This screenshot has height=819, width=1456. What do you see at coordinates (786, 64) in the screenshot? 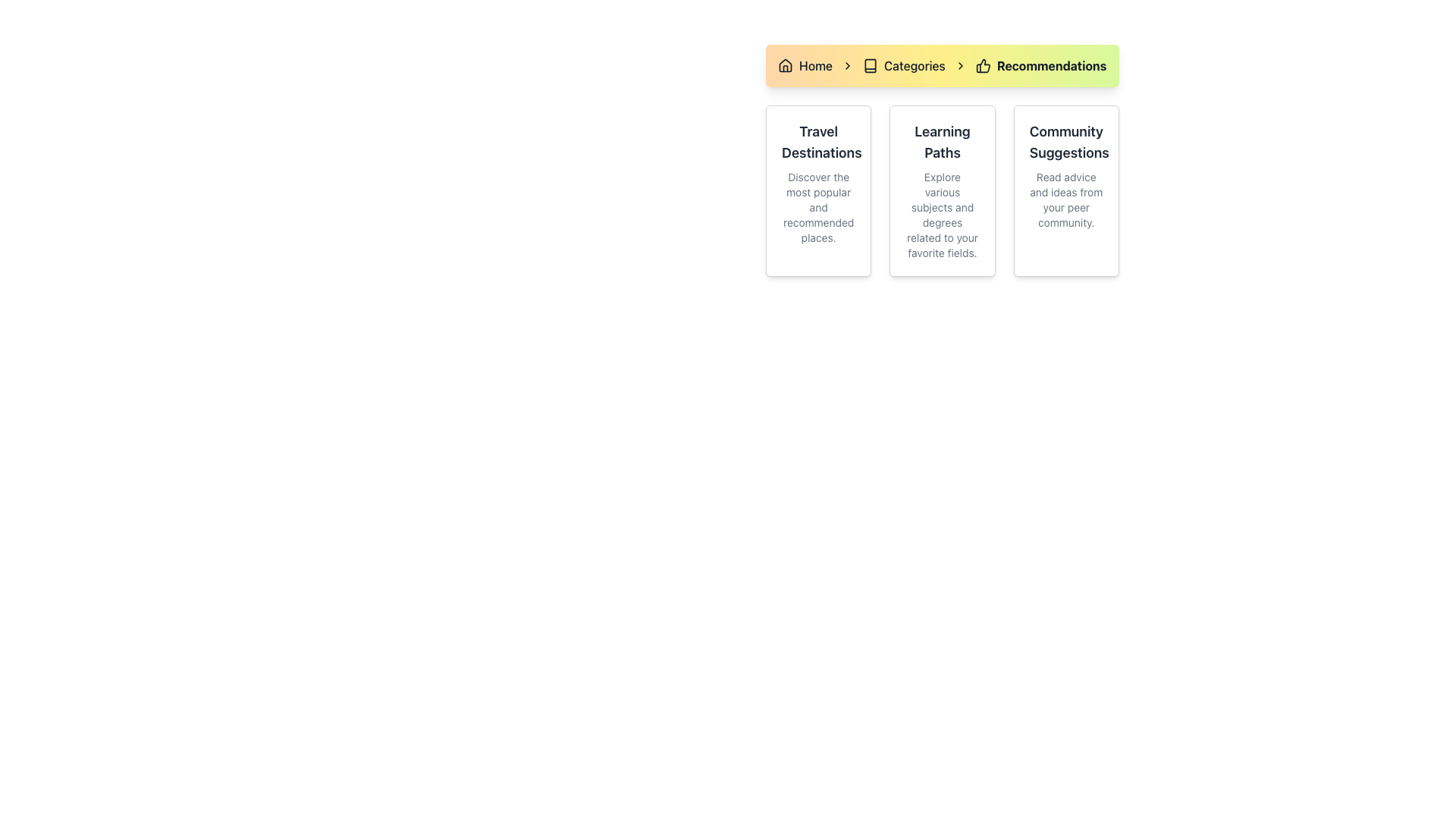
I see `the 'Home' icon in the navigation bar` at bounding box center [786, 64].